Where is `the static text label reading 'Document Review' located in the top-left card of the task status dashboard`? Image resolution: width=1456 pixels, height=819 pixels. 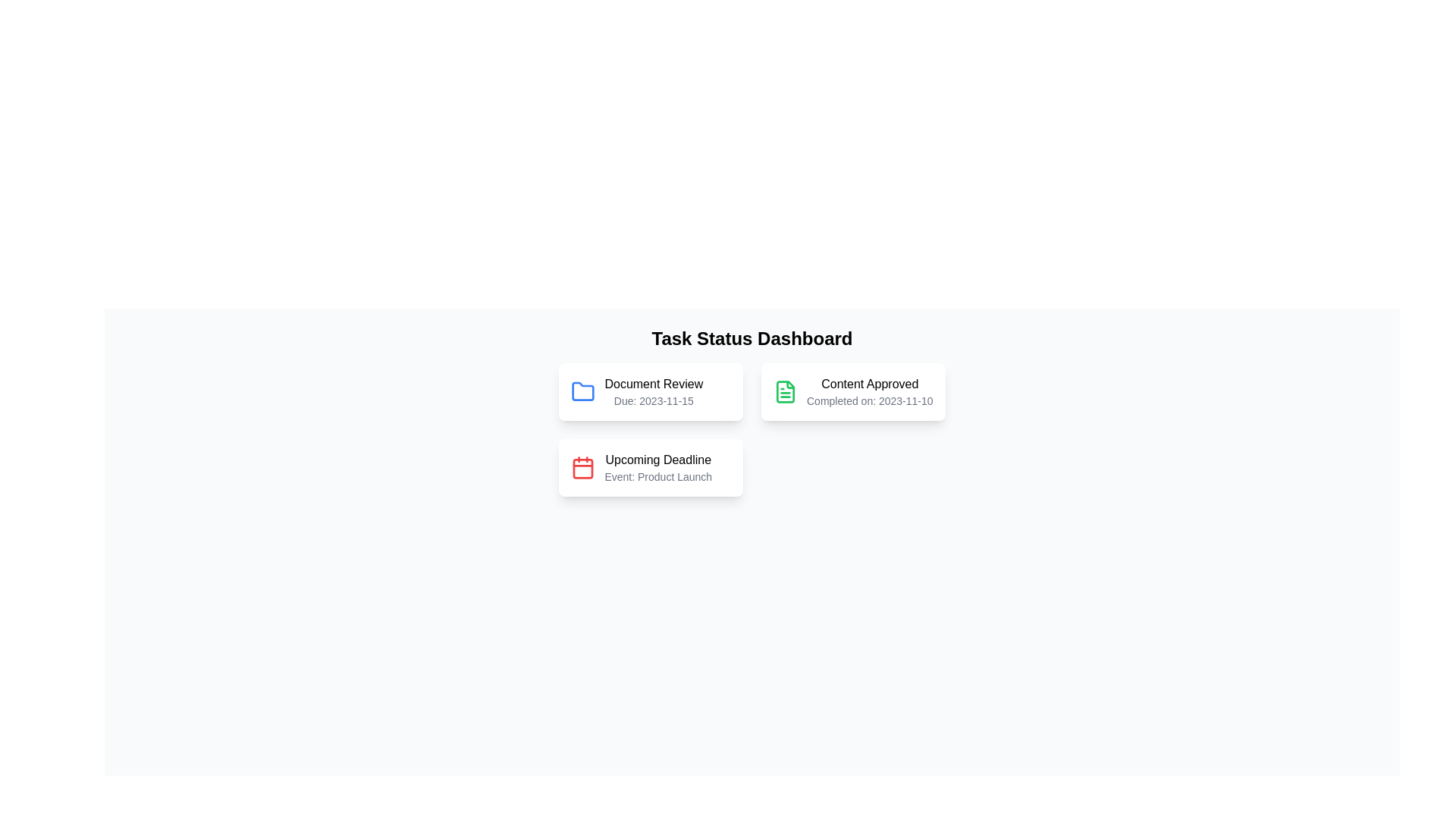
the static text label reading 'Document Review' located in the top-left card of the task status dashboard is located at coordinates (654, 383).